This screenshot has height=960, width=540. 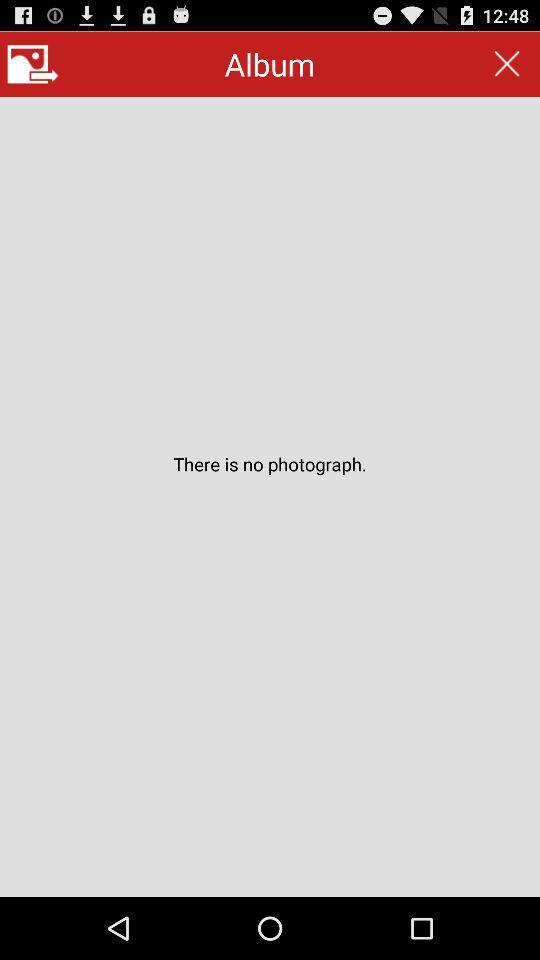 I want to click on the item next to the album app, so click(x=507, y=64).